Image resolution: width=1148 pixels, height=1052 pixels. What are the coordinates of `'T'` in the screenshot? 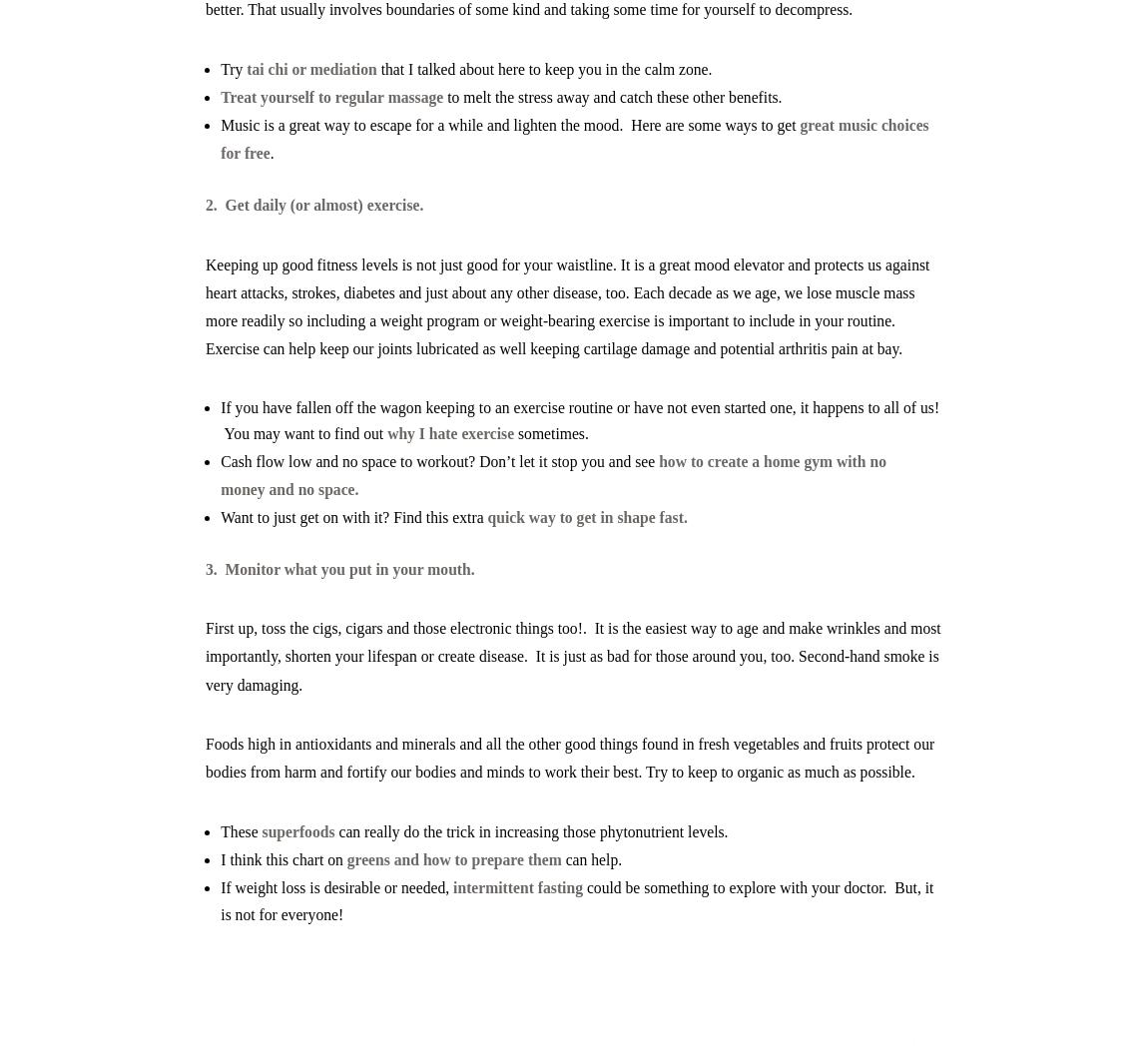 It's located at (220, 96).